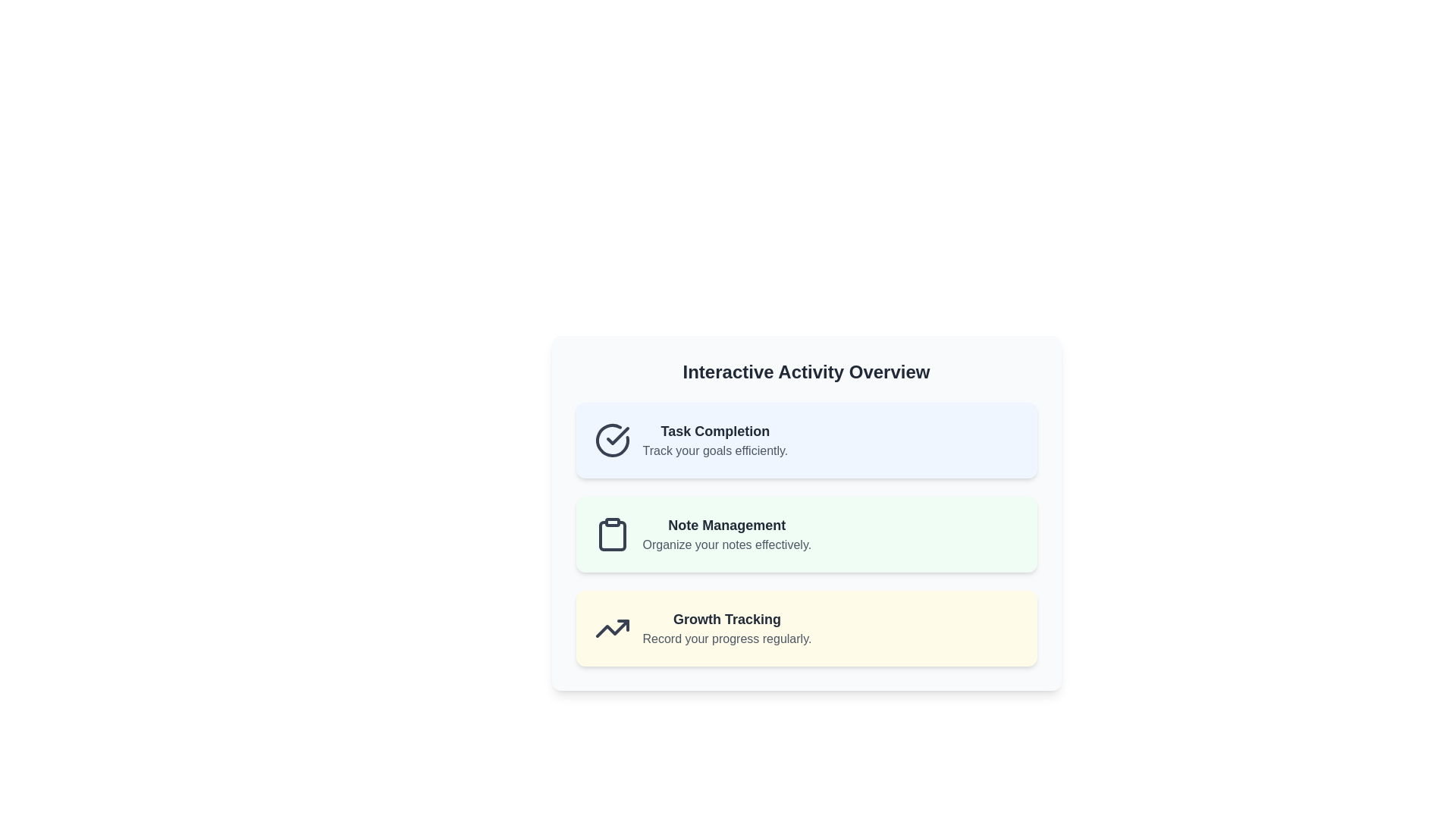  Describe the element at coordinates (714, 441) in the screenshot. I see `the text block that displays 'Task Completion' and 'Track your goals efficiently', located on a light blue background within the topmost card of the 'Interactive Activity Overview' section` at that location.